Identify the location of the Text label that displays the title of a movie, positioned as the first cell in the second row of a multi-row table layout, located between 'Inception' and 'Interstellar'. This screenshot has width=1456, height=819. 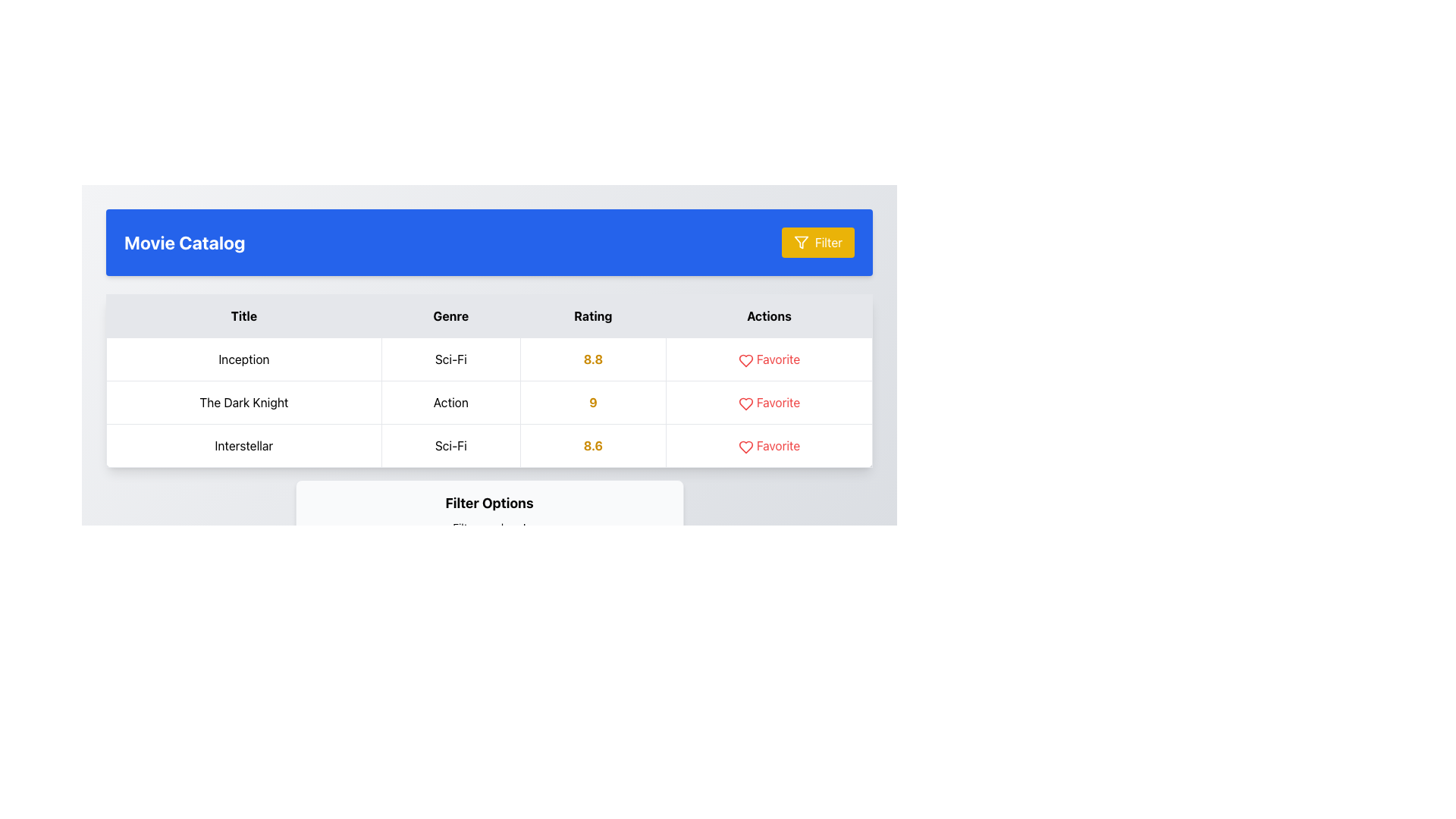
(243, 402).